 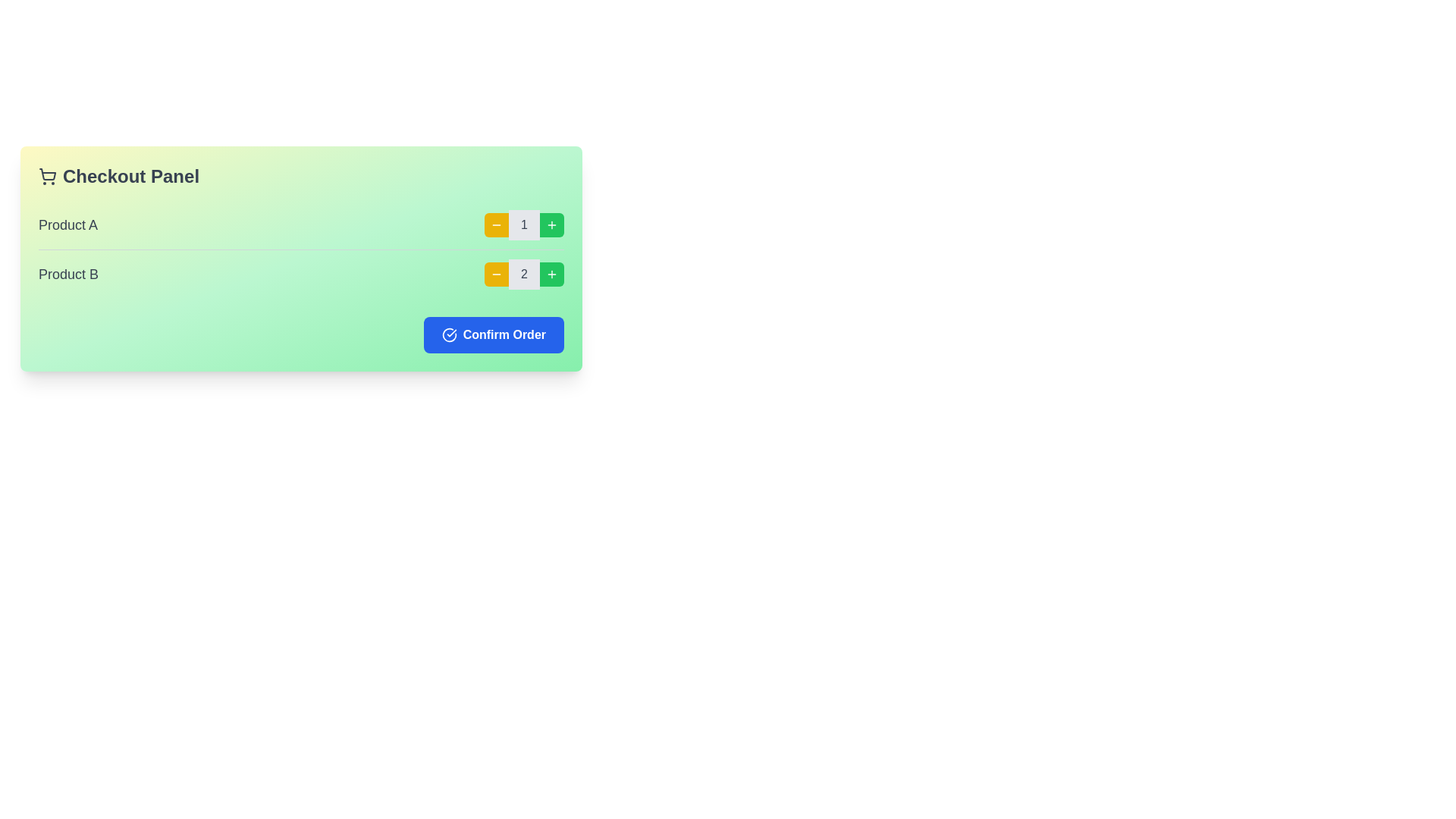 What do you see at coordinates (524, 275) in the screenshot?
I see `the Display text or label containing the number '2', which is located in the second row of the numeric adjustment group, between a '-' yellow button and a '+' green button` at bounding box center [524, 275].